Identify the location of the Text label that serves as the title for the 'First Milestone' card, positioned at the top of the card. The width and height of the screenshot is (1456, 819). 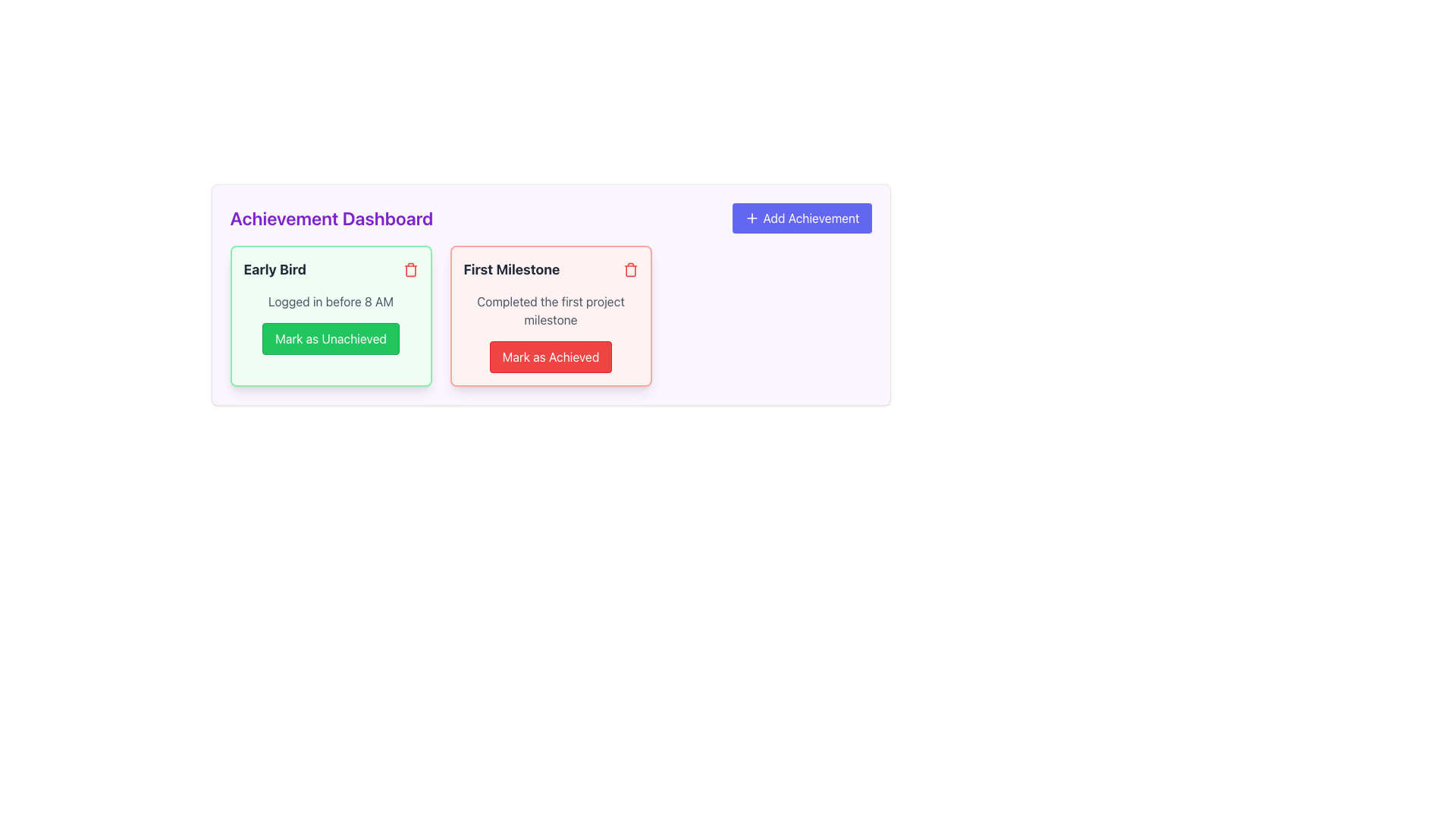
(511, 268).